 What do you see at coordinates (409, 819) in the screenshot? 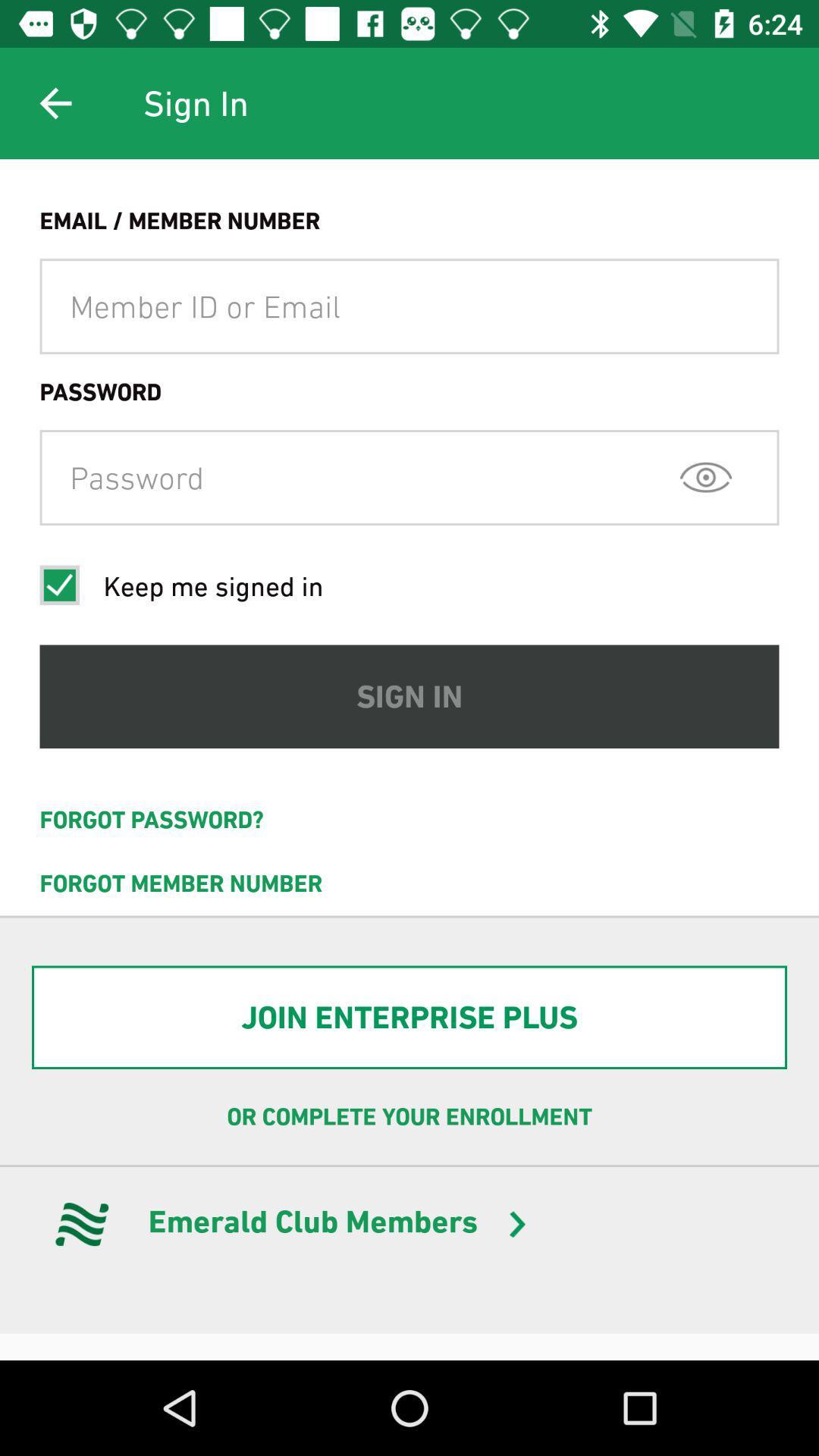
I see `the icon above forgot member number icon` at bounding box center [409, 819].